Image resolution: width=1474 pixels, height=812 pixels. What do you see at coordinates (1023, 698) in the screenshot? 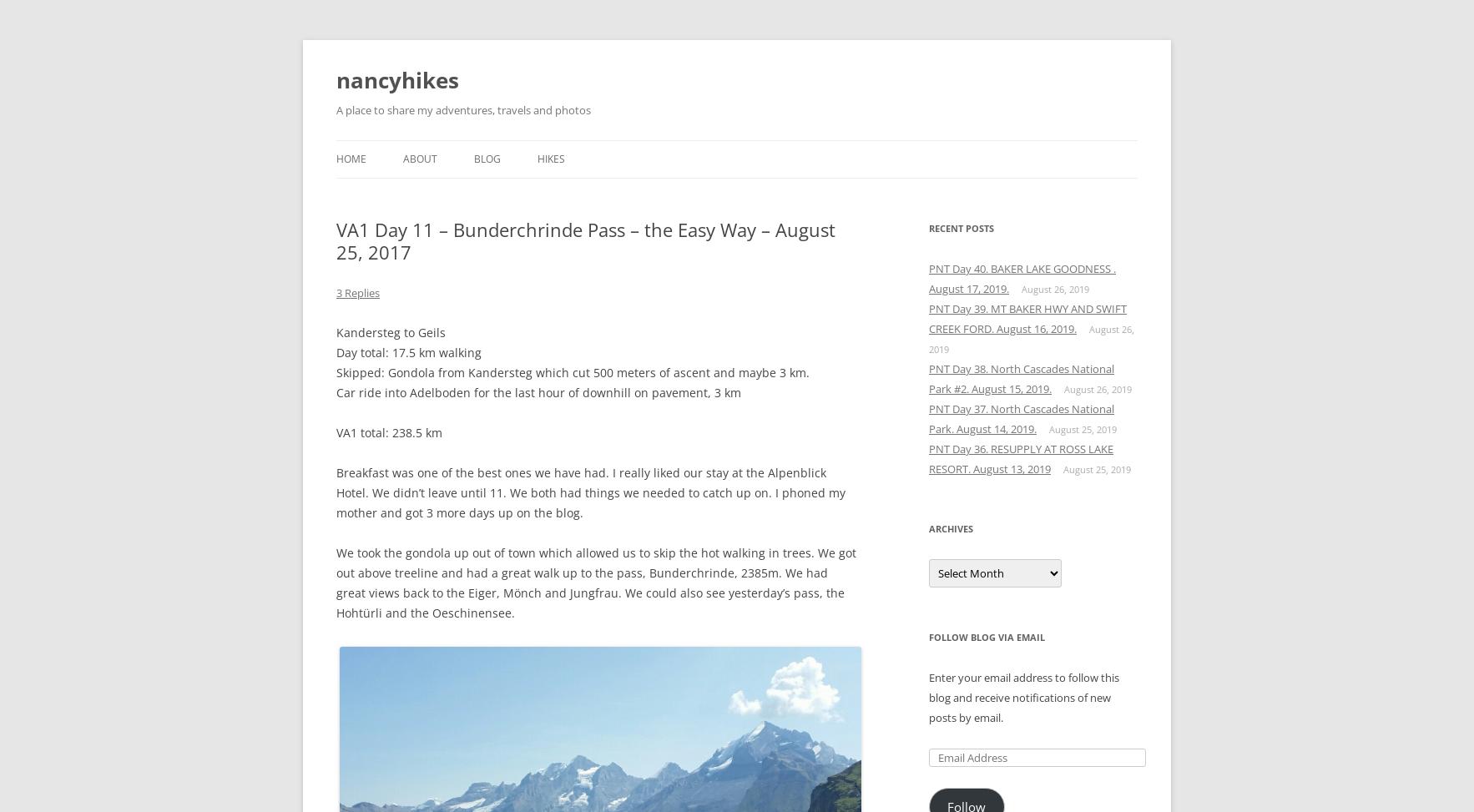
I see `'Enter your email address to follow this blog and receive notifications of new posts by email.'` at bounding box center [1023, 698].